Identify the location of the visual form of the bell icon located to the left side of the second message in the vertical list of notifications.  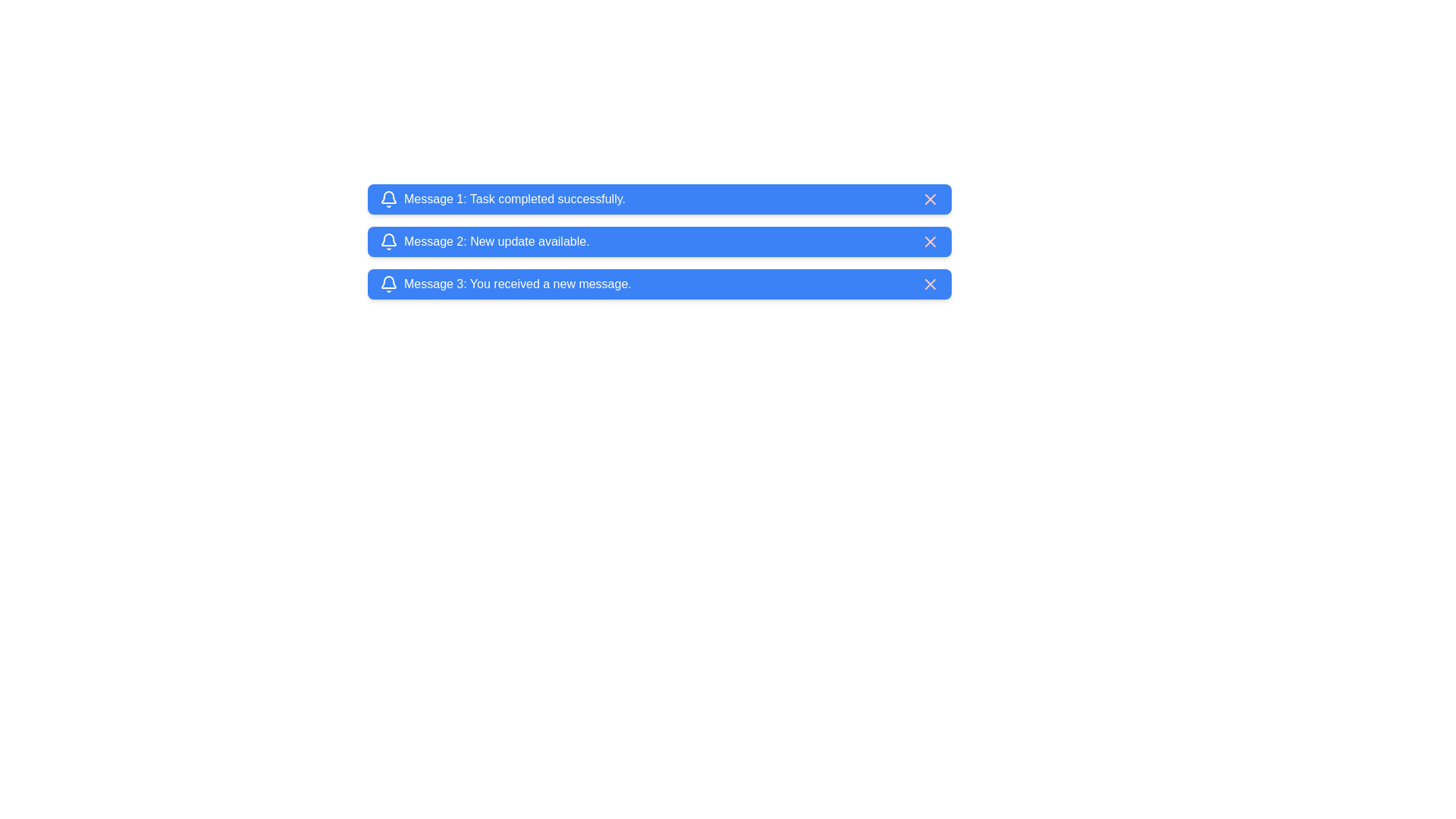
(389, 239).